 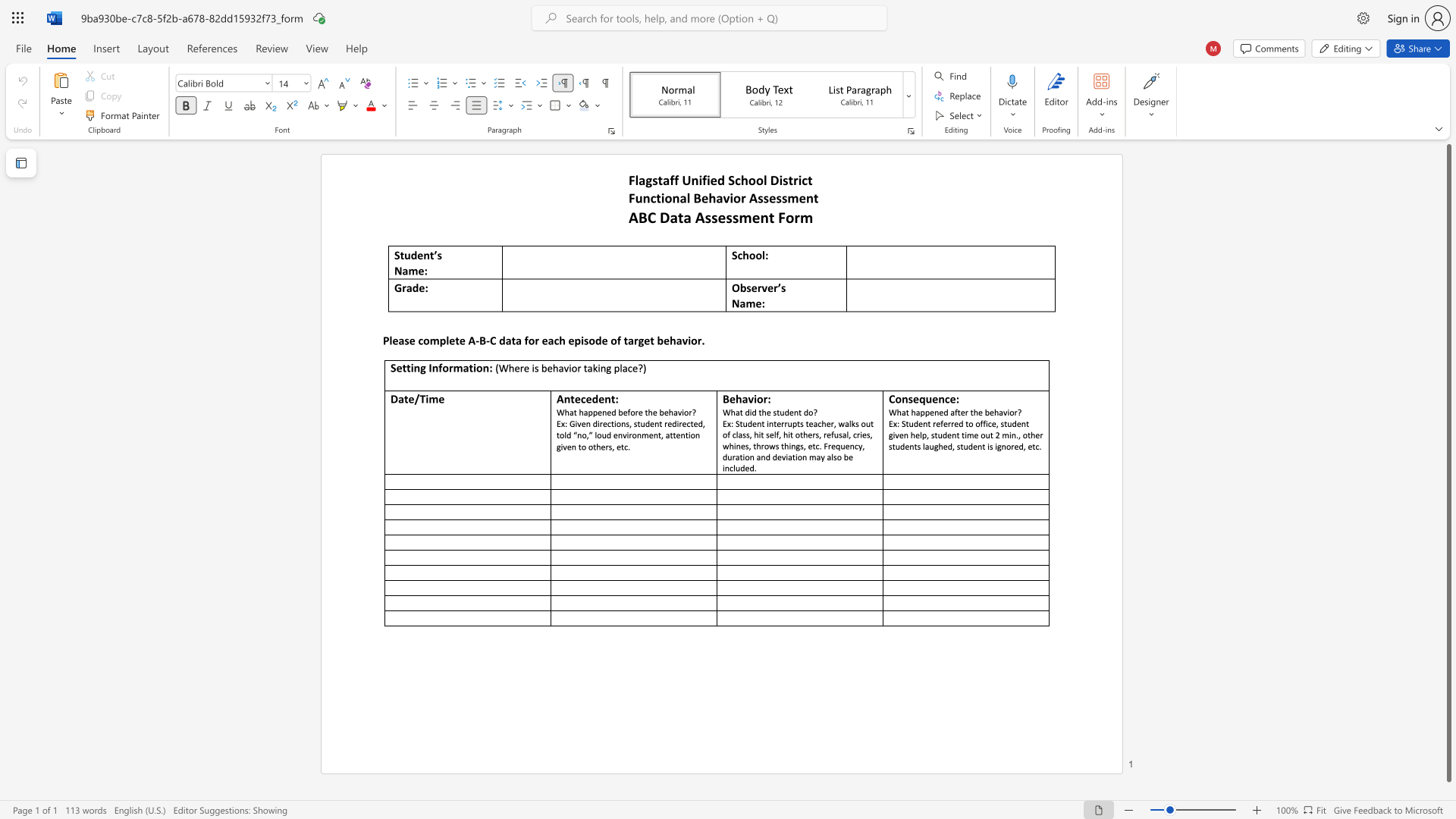 I want to click on the subset text "n given to others, et" within the text "loud environment, attention given to others, etc.", so click(x=694, y=435).